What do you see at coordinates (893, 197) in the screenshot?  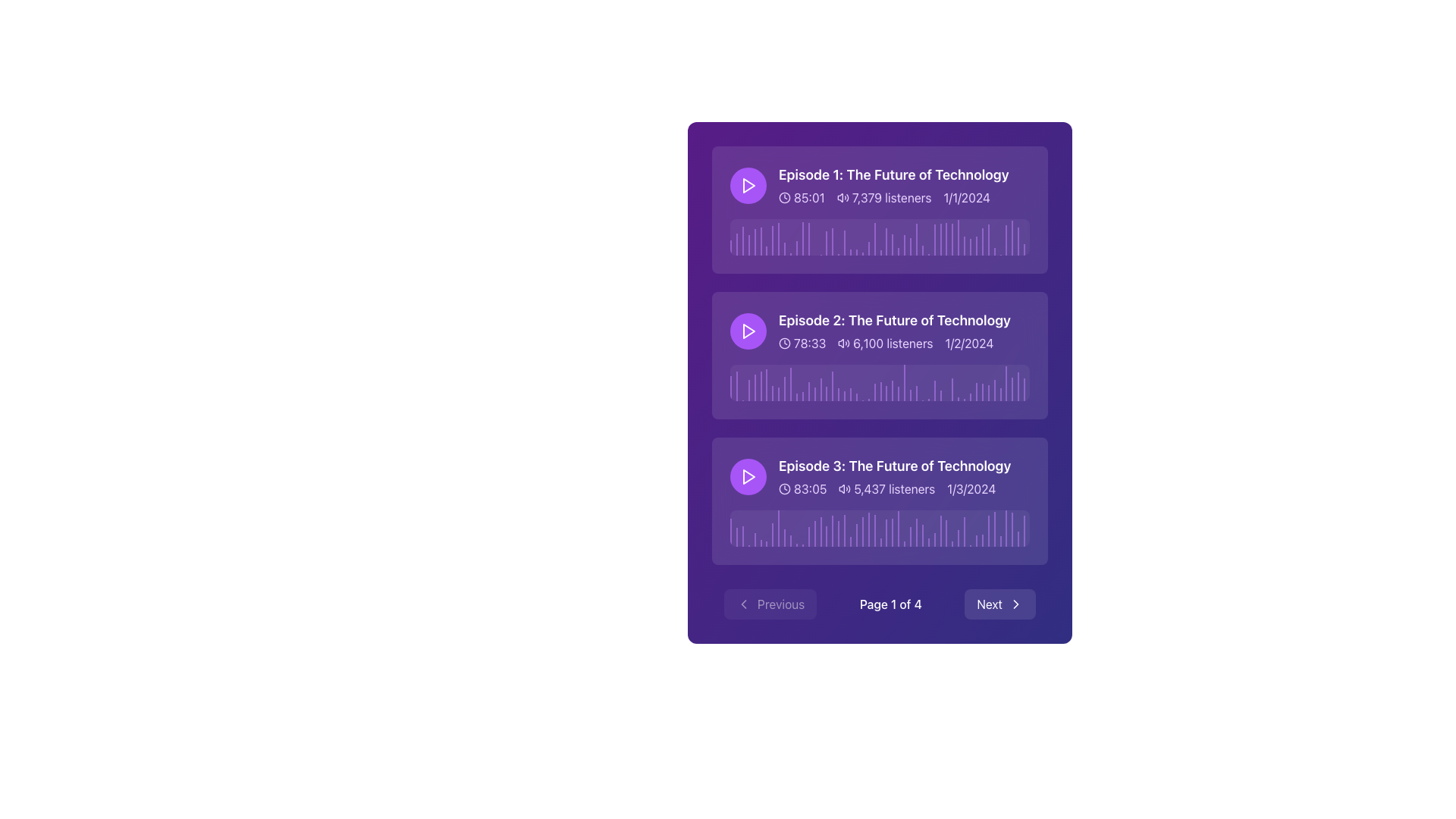 I see `informational text group below the title 'Episode 1: The Future of Technology', which includes the timestamp '85:01', listener count '7,379 listeners' with an audio icon, and the date '1/1/2024'` at bounding box center [893, 197].